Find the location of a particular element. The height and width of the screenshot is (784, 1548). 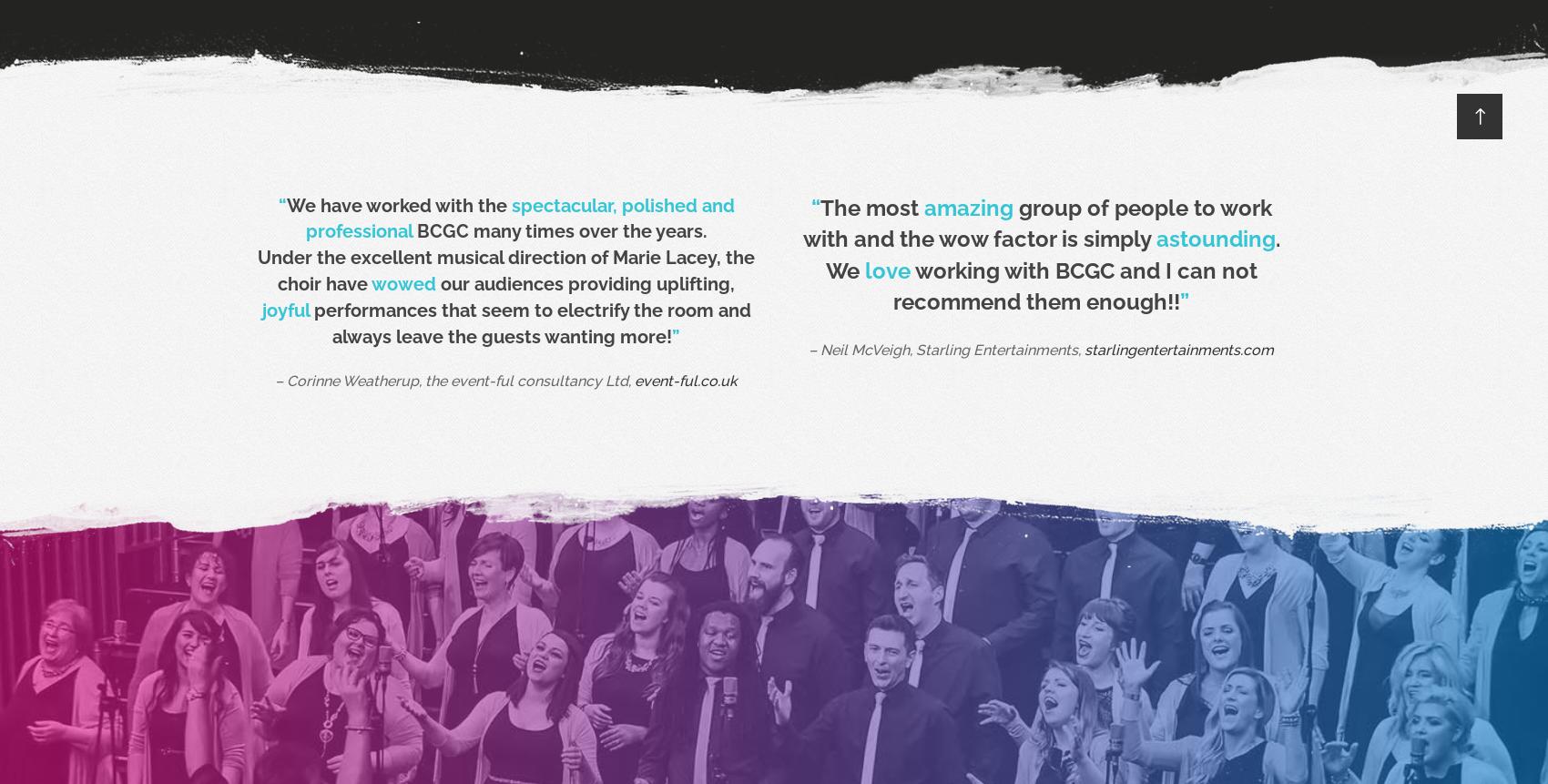

'We' is located at coordinates (844, 270).